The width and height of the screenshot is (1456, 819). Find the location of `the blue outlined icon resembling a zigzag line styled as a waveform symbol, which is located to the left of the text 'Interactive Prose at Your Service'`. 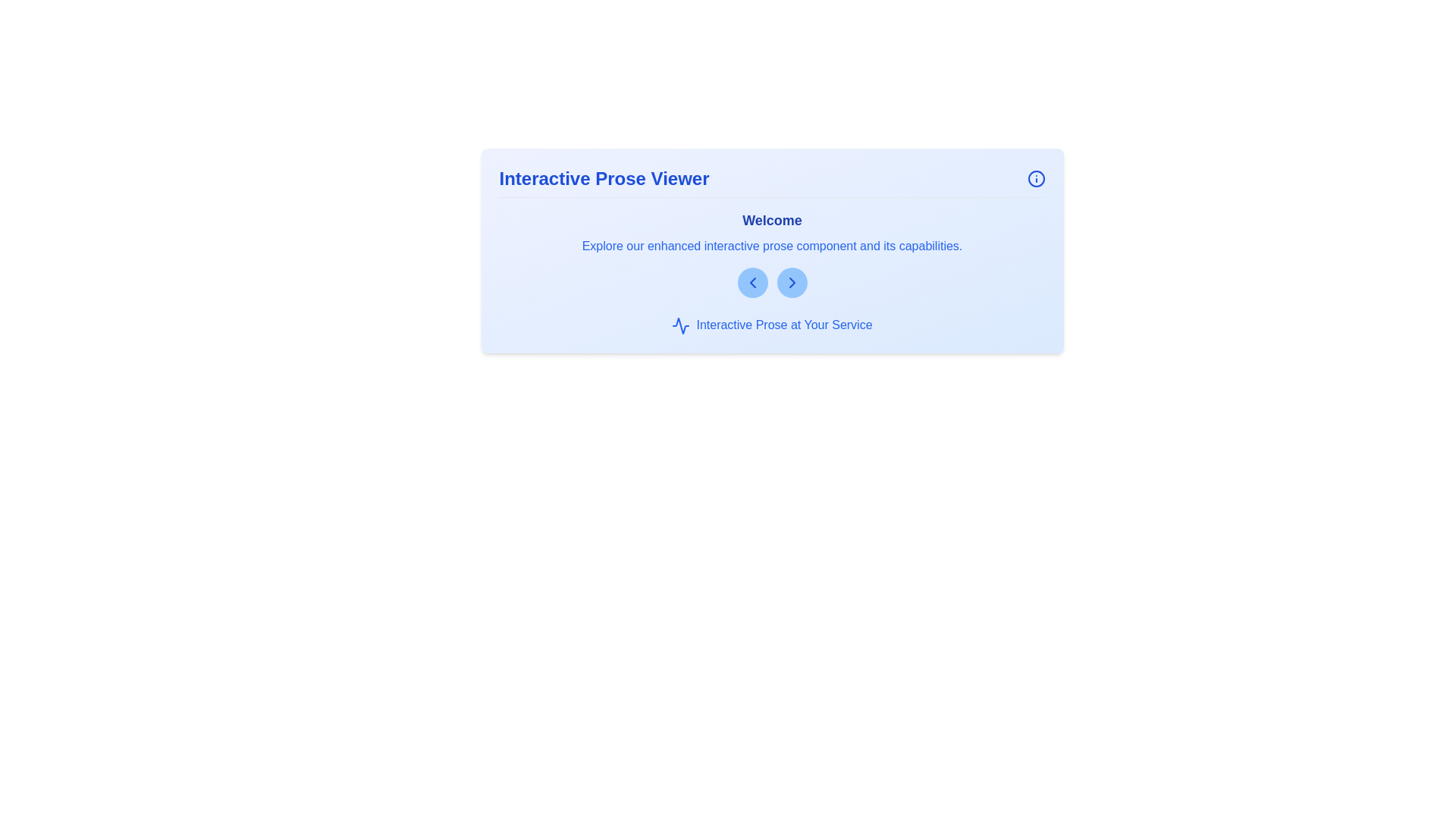

the blue outlined icon resembling a zigzag line styled as a waveform symbol, which is located to the left of the text 'Interactive Prose at Your Service' is located at coordinates (680, 325).